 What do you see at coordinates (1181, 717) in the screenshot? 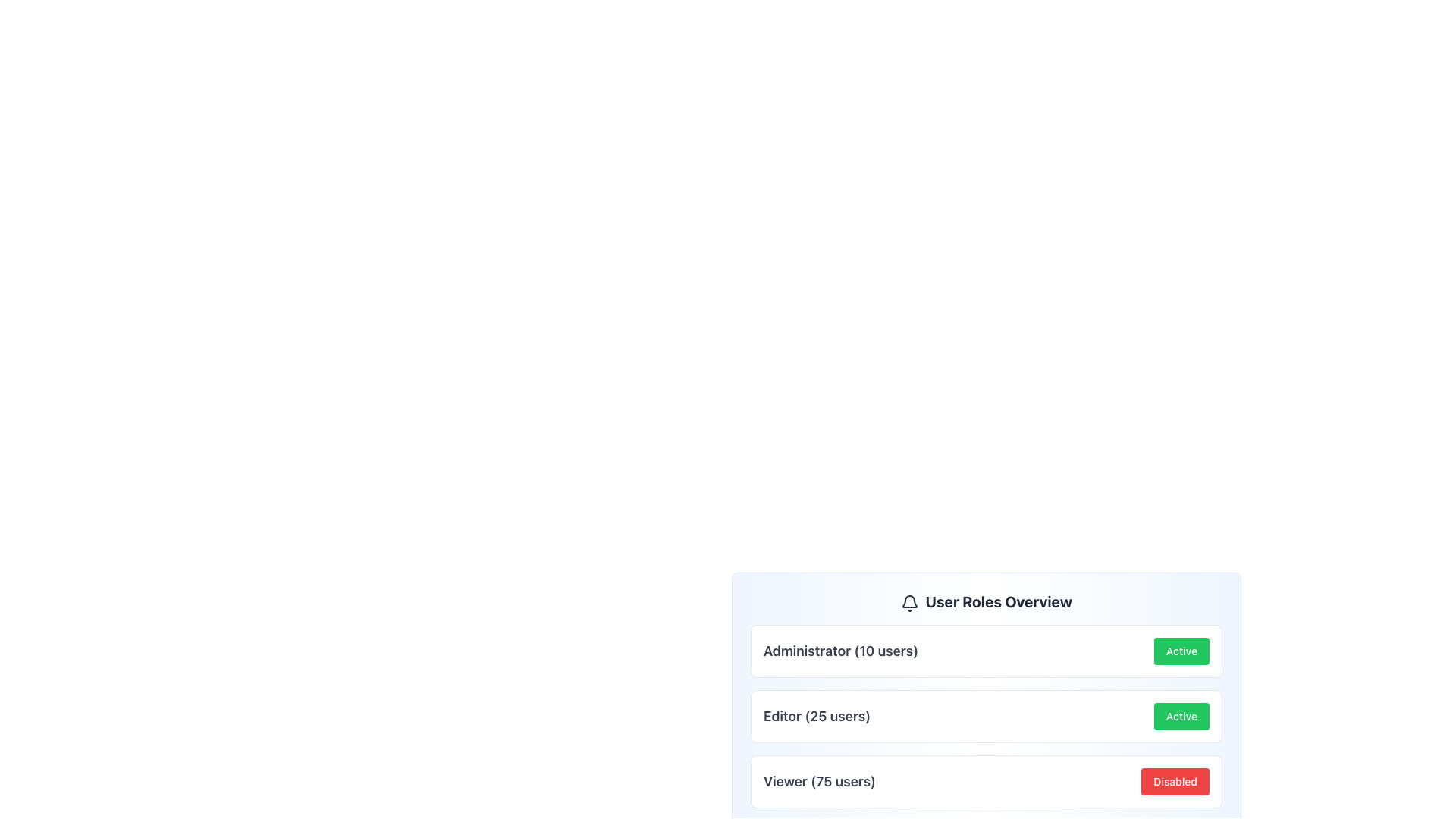
I see `the 'Active' button located in the 'Editor (25 users)' row of the 'User Roles Overview' section` at bounding box center [1181, 717].